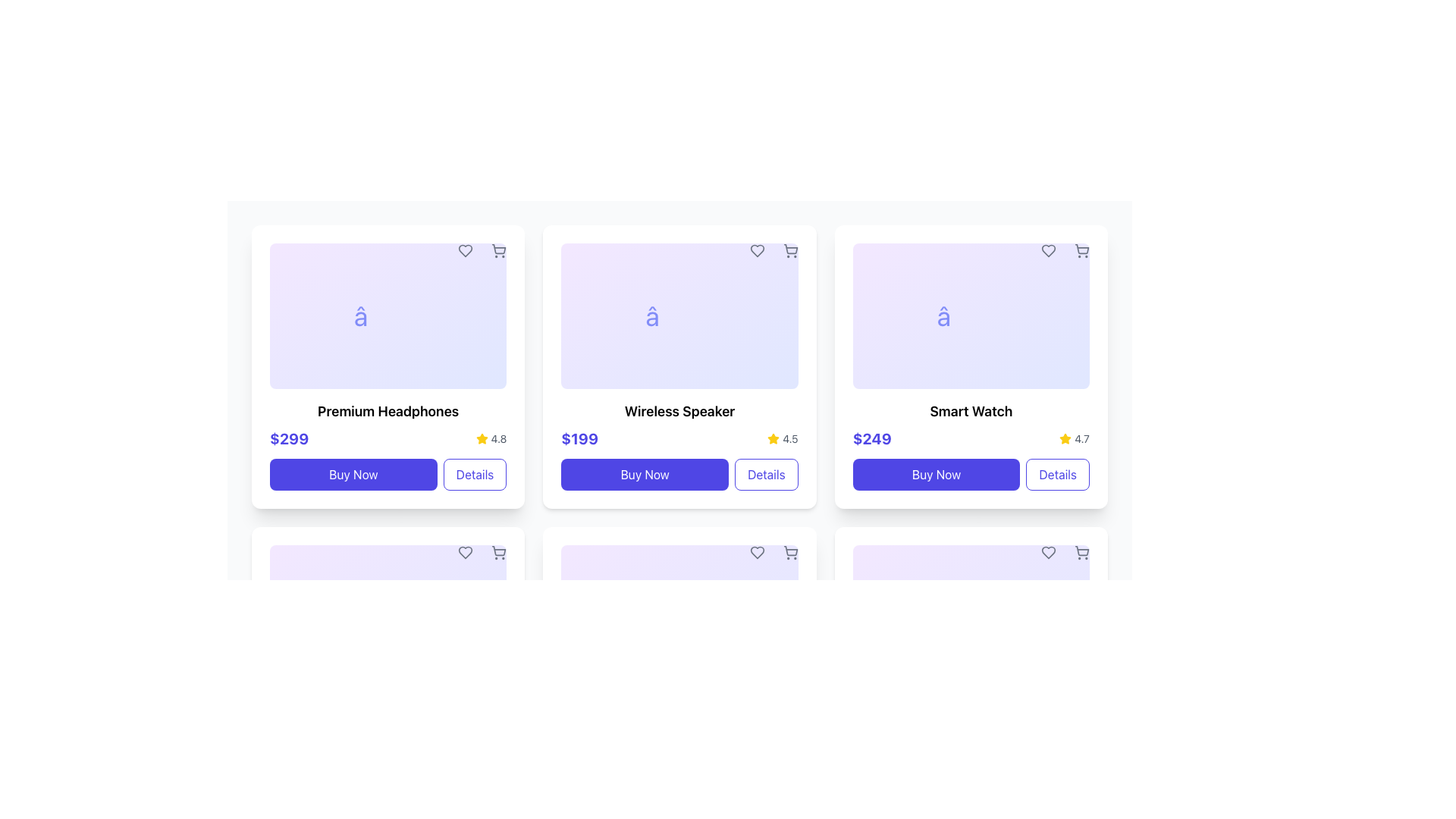 This screenshot has width=1456, height=819. What do you see at coordinates (1081, 553) in the screenshot?
I see `the cart icon, which is a gray shopping cart graphic with wheels located at the top-right corner of the product card for 'Smart Watch'` at bounding box center [1081, 553].